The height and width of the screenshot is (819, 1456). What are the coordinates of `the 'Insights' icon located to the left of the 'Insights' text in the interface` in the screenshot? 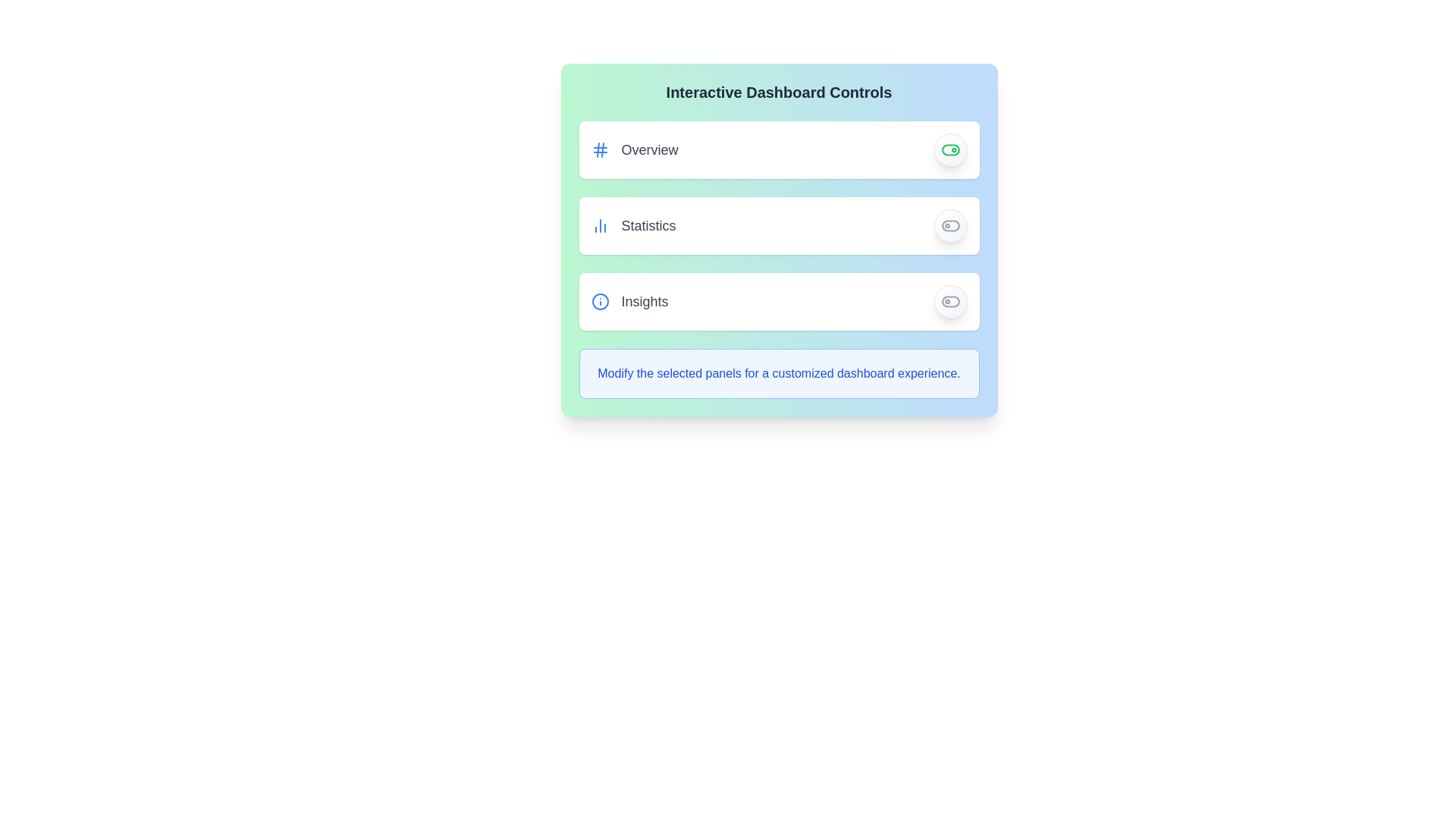 It's located at (599, 301).